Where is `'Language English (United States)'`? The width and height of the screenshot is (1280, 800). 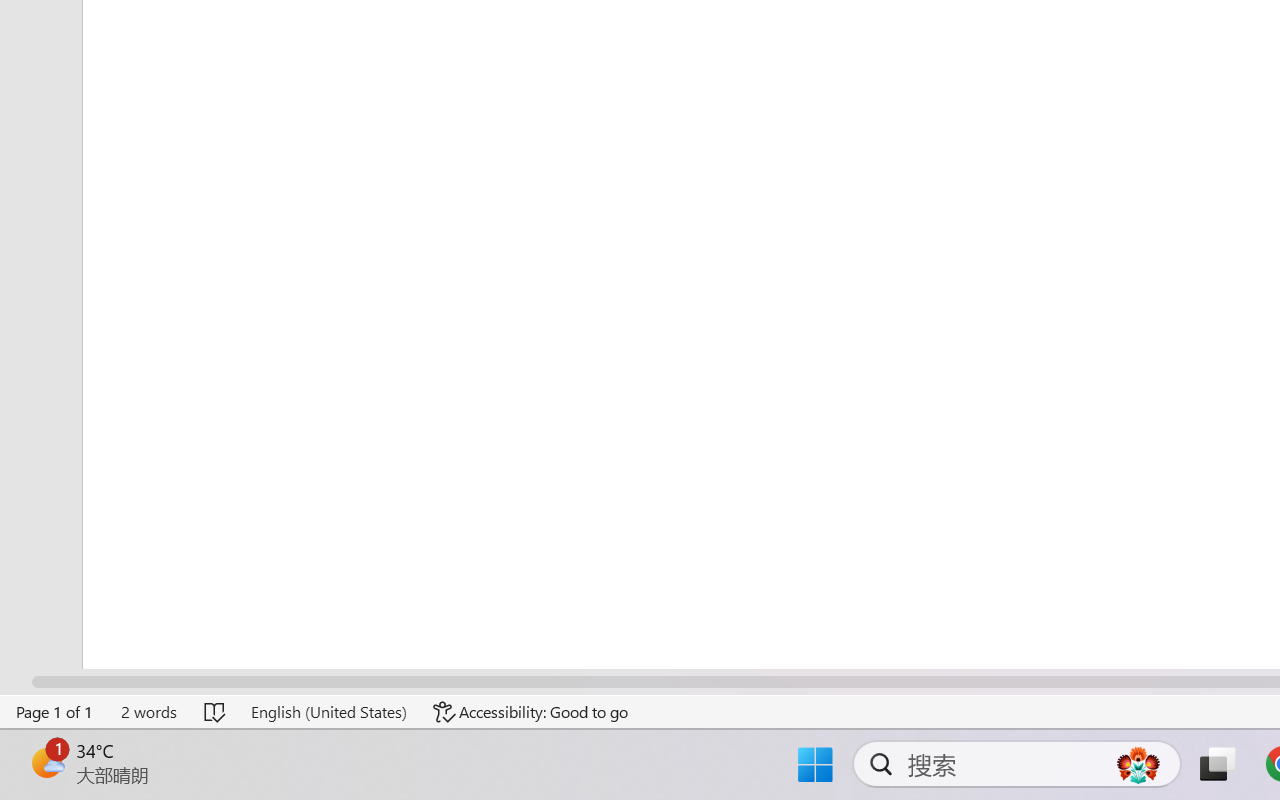 'Language English (United States)' is located at coordinates (328, 711).